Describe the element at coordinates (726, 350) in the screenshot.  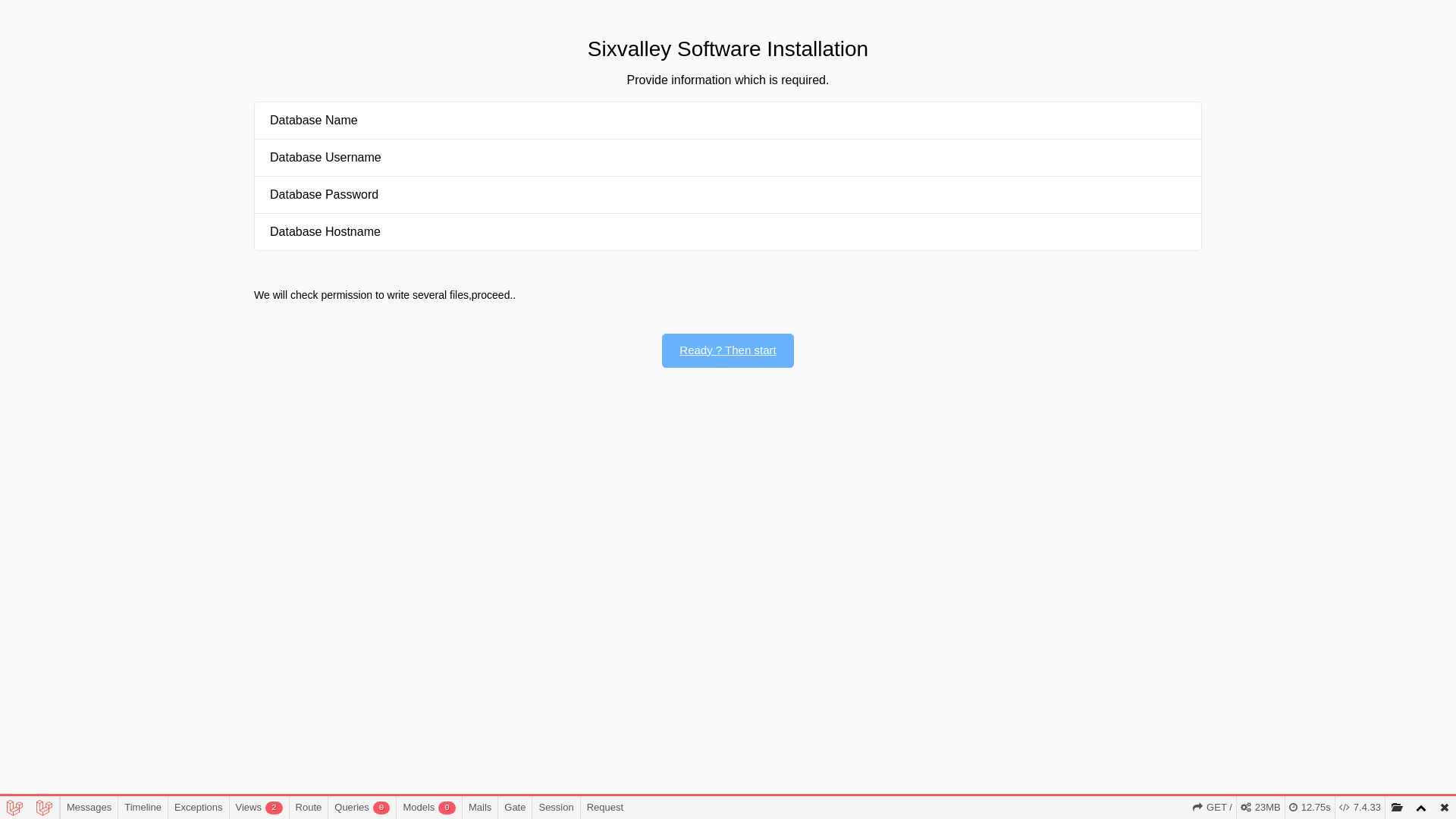
I see `'Ready ? Then start'` at that location.